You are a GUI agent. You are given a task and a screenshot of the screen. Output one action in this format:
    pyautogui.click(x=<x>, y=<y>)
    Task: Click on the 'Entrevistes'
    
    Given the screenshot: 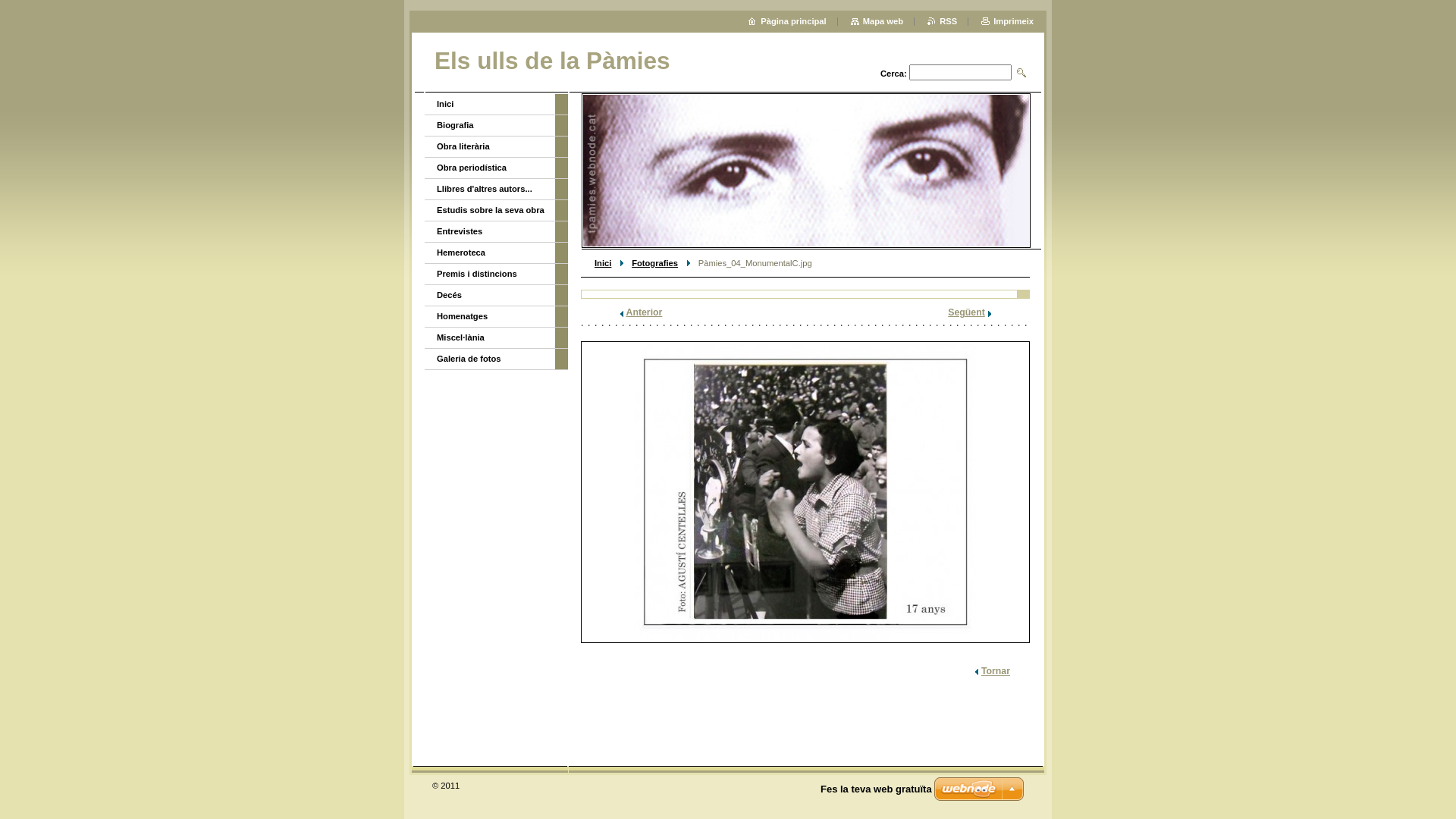 What is the action you would take?
    pyautogui.click(x=490, y=231)
    